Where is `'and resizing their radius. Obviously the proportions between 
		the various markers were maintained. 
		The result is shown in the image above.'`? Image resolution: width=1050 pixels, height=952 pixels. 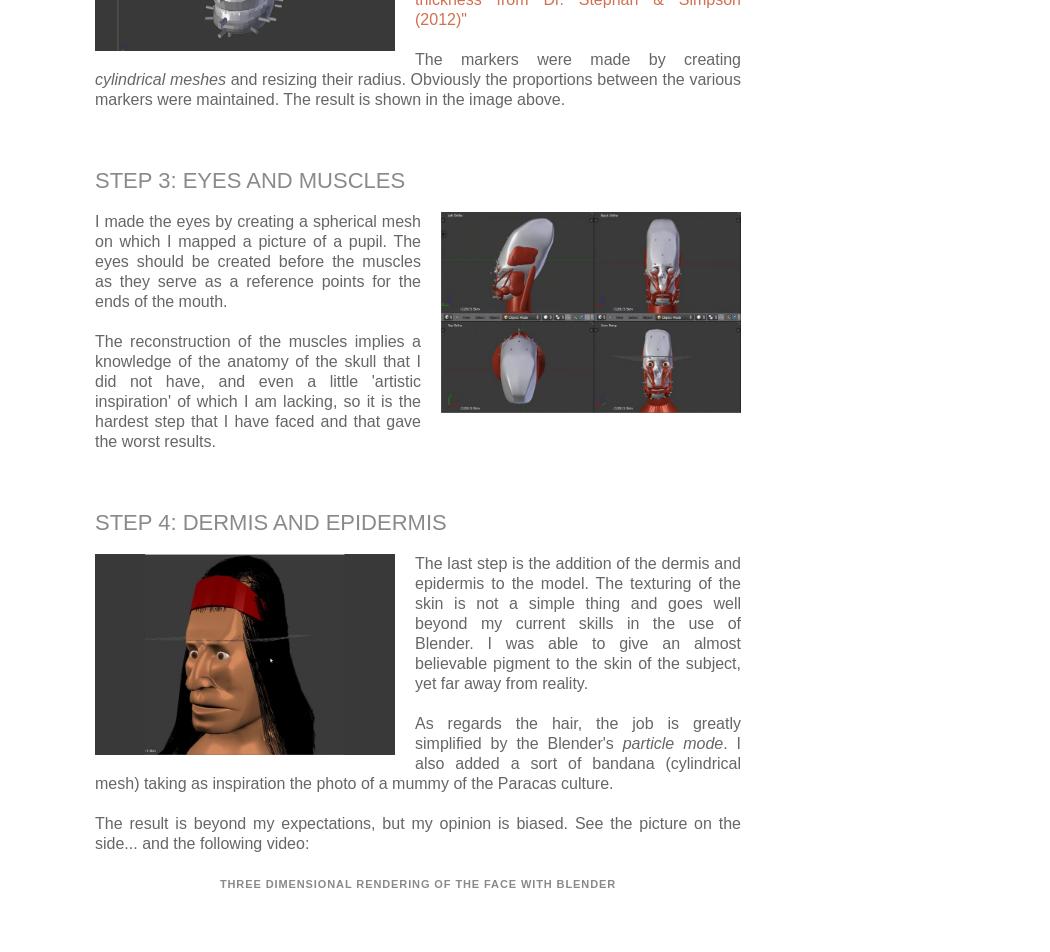
'and resizing their radius. Obviously the proportions between 
		the various markers were maintained. 
		The result is shown in the image above.' is located at coordinates (95, 88).